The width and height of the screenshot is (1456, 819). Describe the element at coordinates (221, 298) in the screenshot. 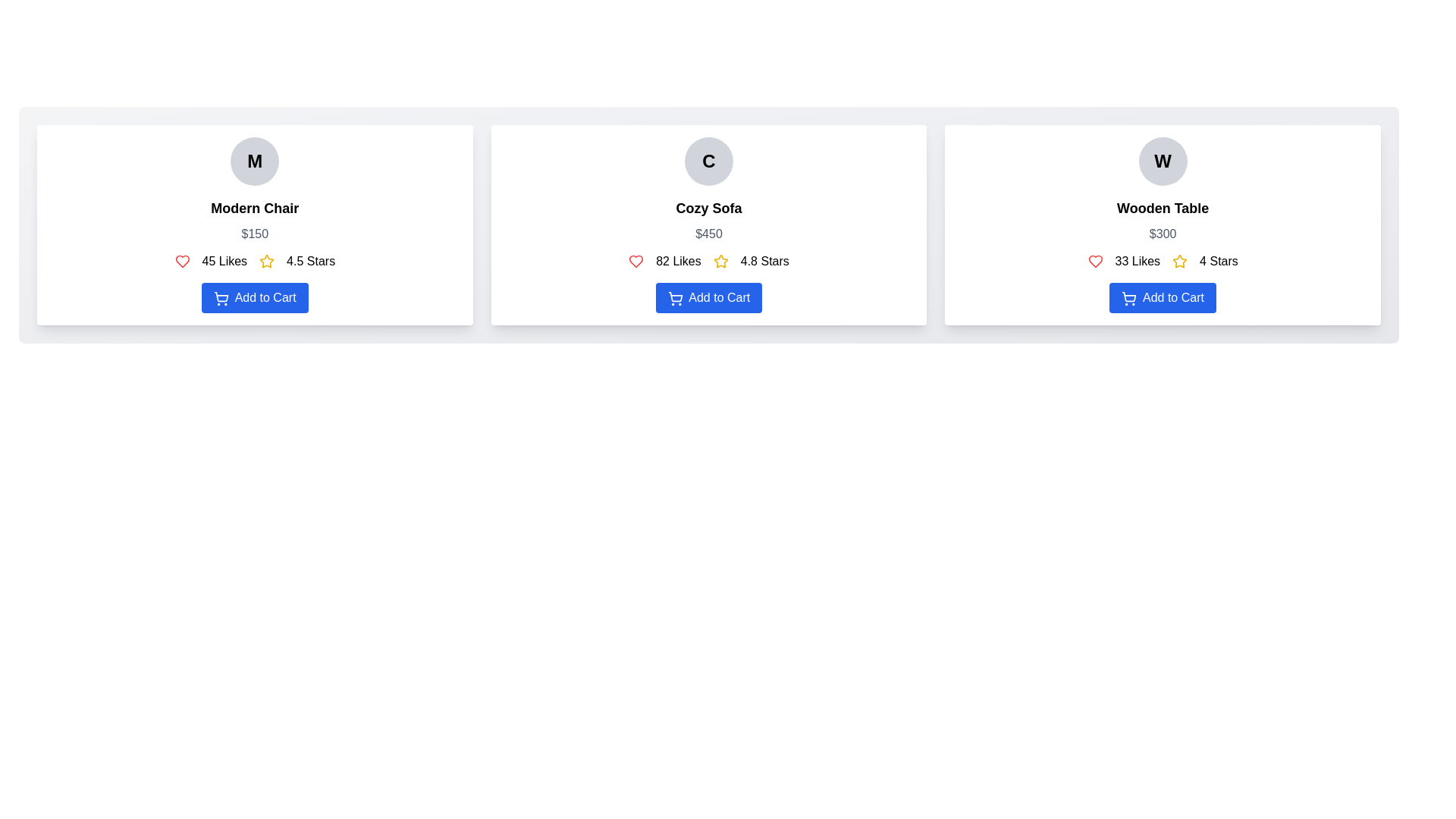

I see `the shopping cart icon within the 'Add to Cart' button, located centrally at the bottom of the first card in a horizontal list of cards` at that location.